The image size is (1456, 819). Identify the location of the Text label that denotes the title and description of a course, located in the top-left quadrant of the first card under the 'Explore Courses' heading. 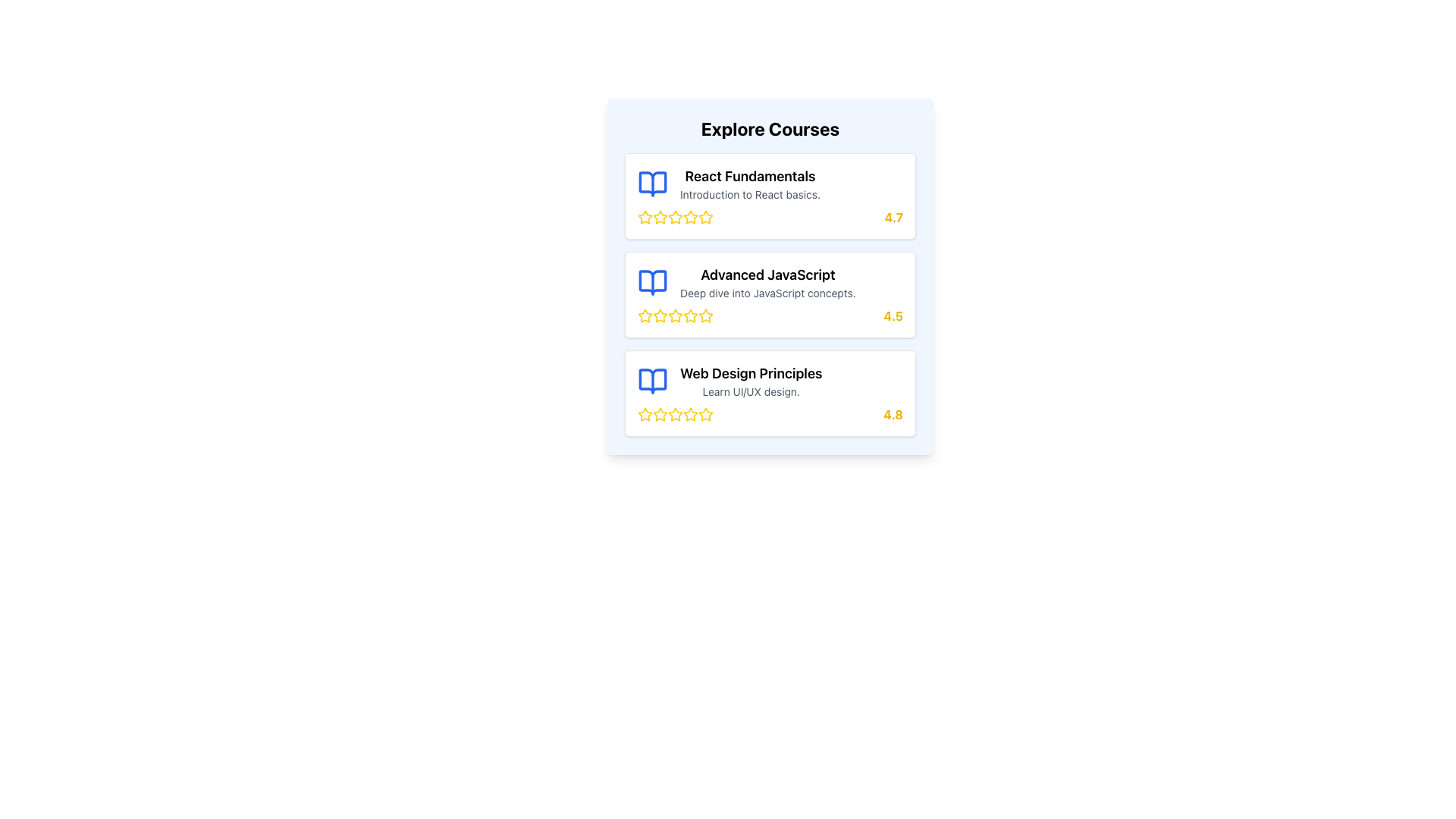
(750, 184).